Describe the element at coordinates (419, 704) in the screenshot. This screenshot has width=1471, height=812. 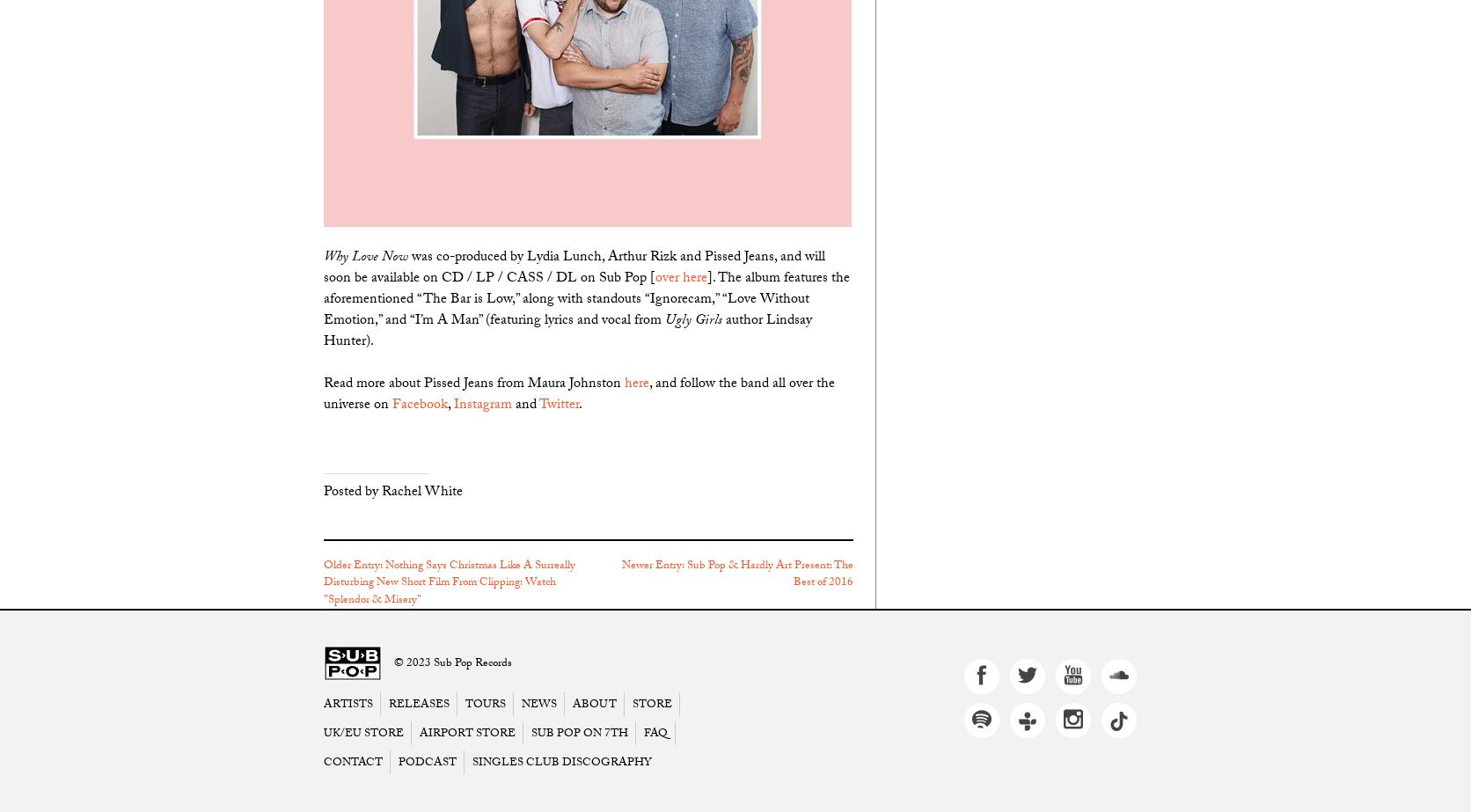
I see `'Releases'` at that location.